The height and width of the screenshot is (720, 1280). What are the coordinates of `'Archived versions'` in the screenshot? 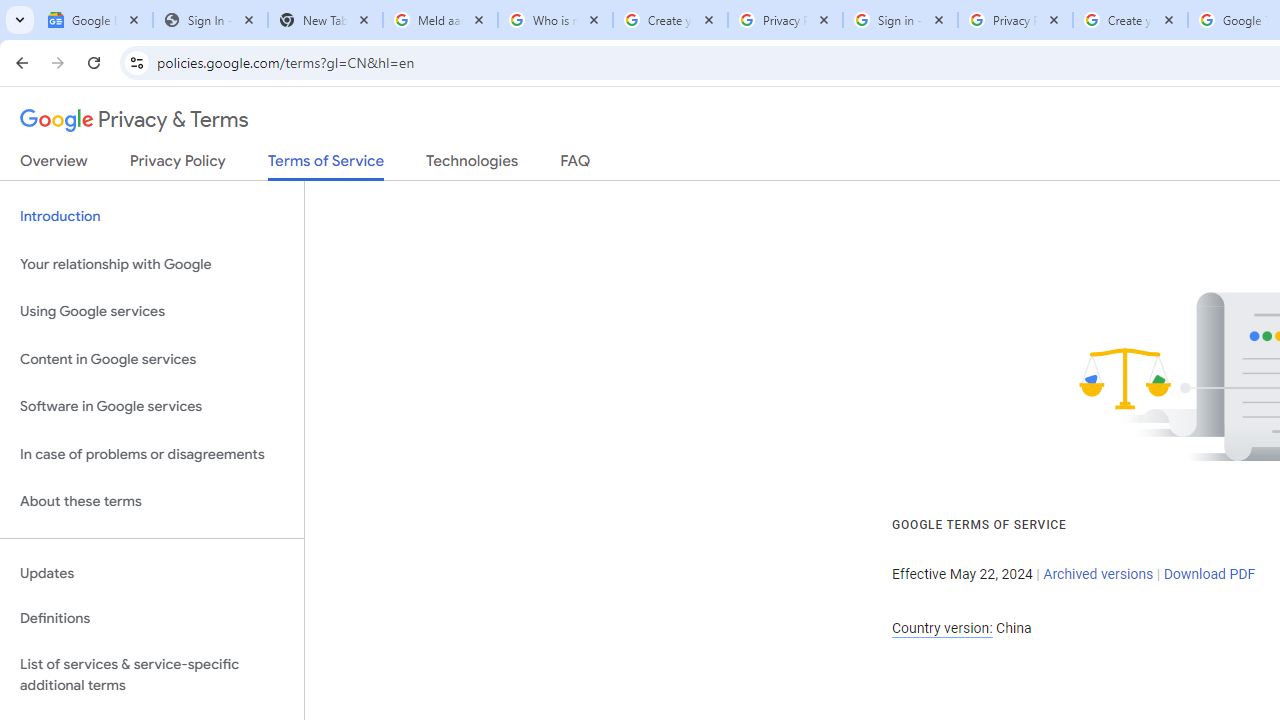 It's located at (1097, 574).